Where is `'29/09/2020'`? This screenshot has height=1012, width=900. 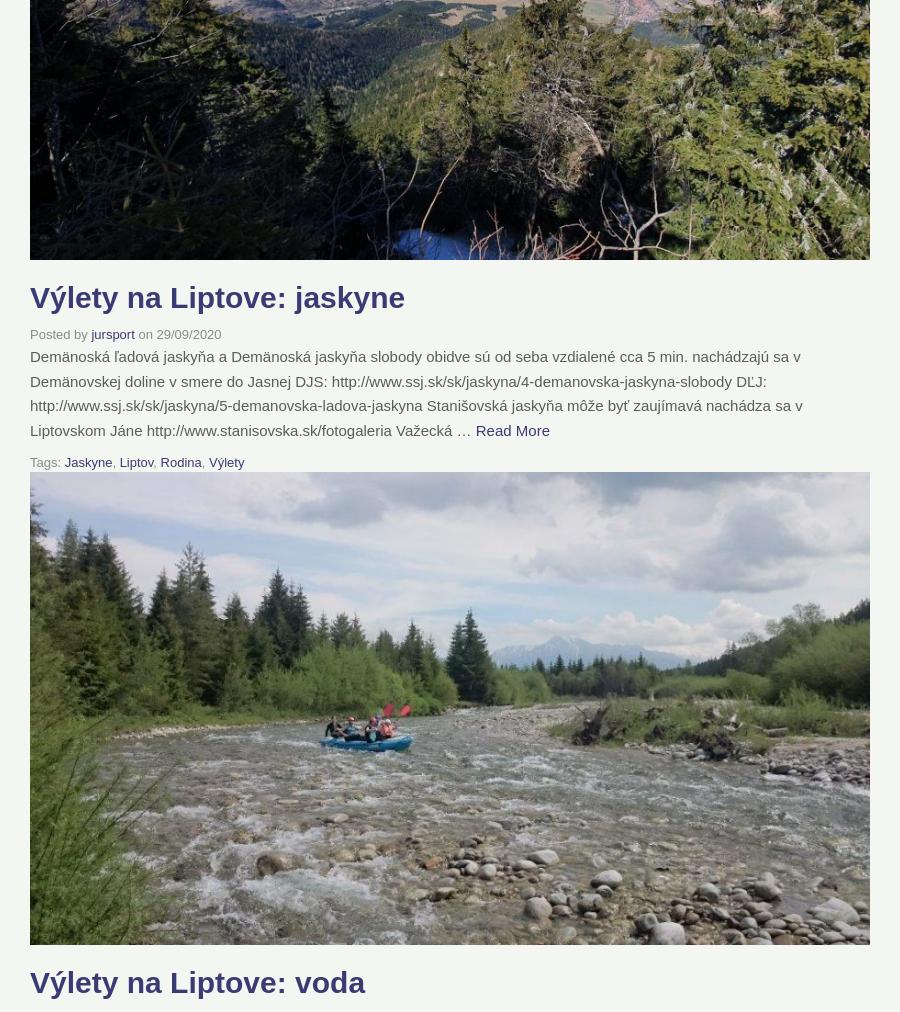 '29/09/2020' is located at coordinates (188, 333).